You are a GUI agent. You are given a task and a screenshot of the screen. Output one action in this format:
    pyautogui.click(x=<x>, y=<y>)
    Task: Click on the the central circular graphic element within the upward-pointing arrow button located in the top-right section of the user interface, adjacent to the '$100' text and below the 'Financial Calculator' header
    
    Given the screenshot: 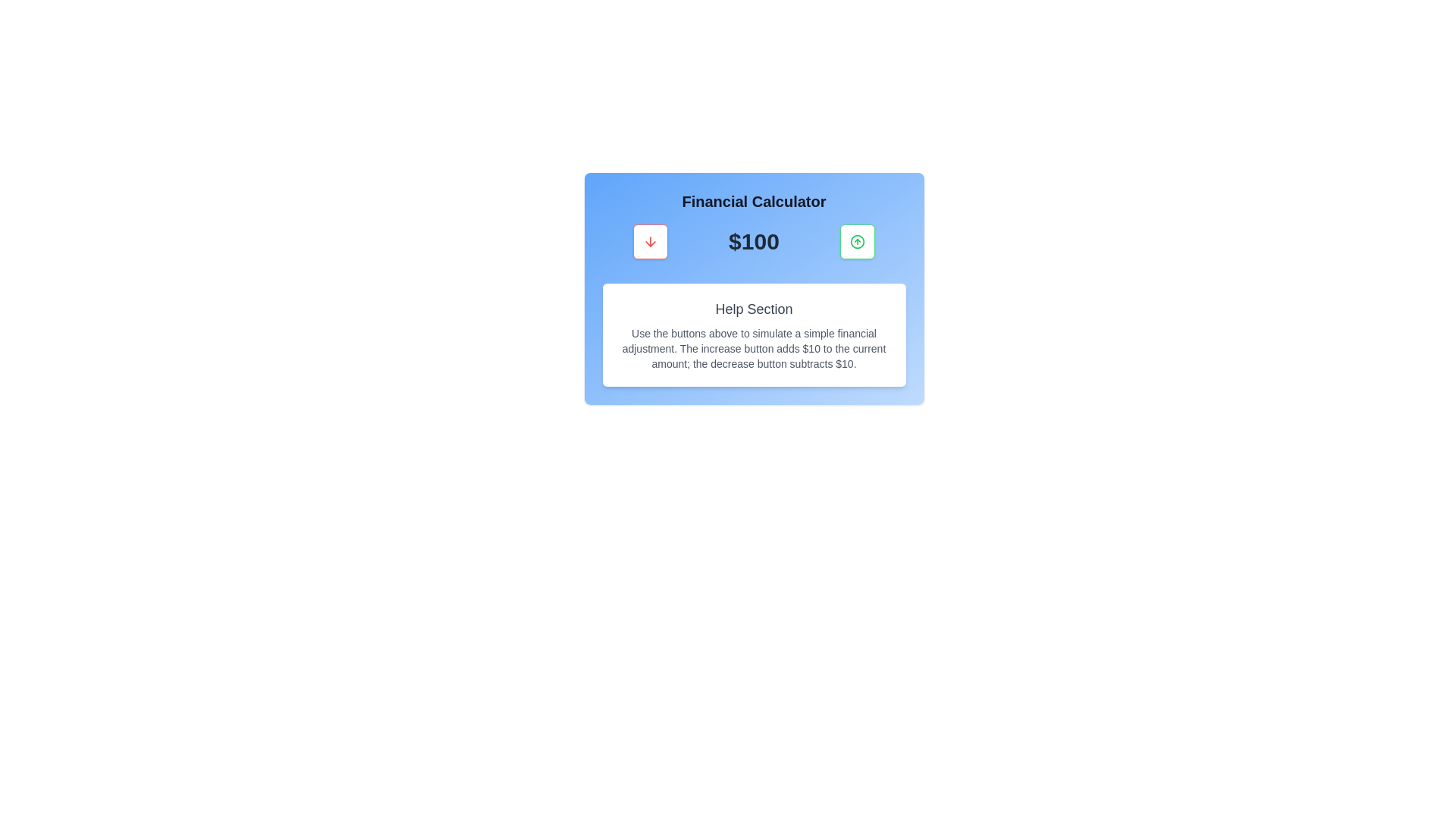 What is the action you would take?
    pyautogui.click(x=858, y=241)
    